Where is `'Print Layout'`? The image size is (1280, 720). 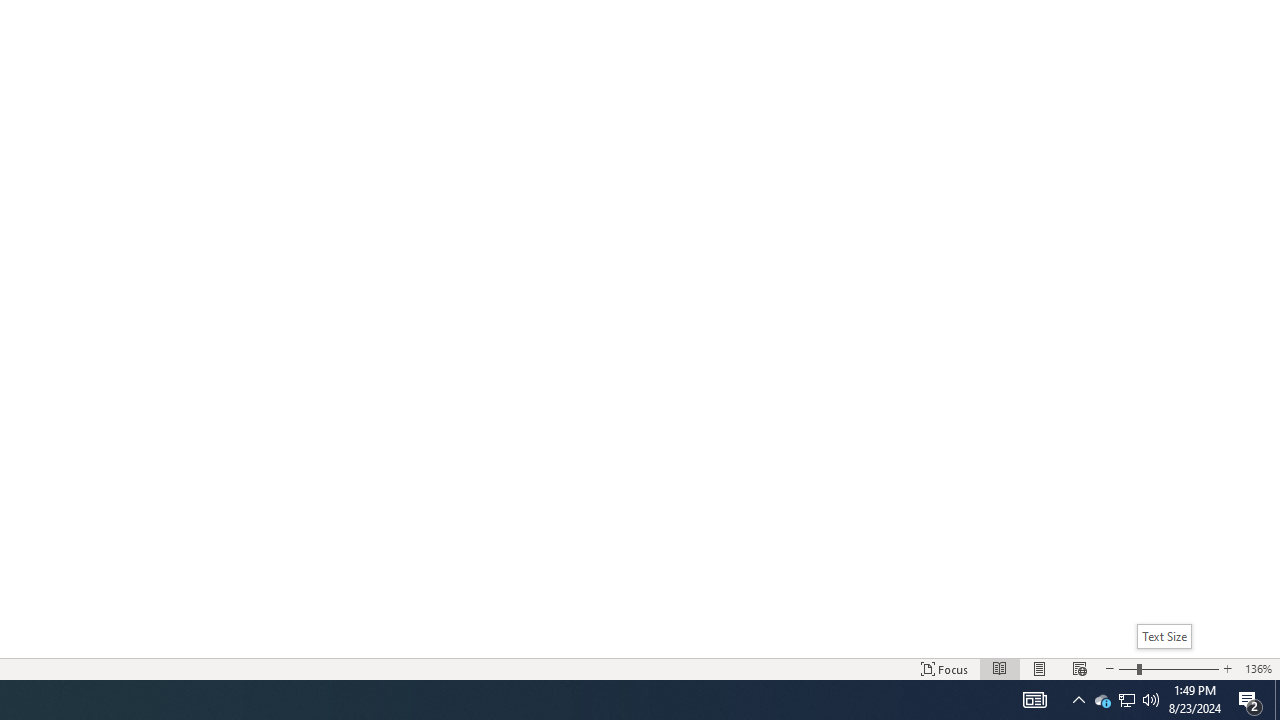 'Print Layout' is located at coordinates (1040, 669).